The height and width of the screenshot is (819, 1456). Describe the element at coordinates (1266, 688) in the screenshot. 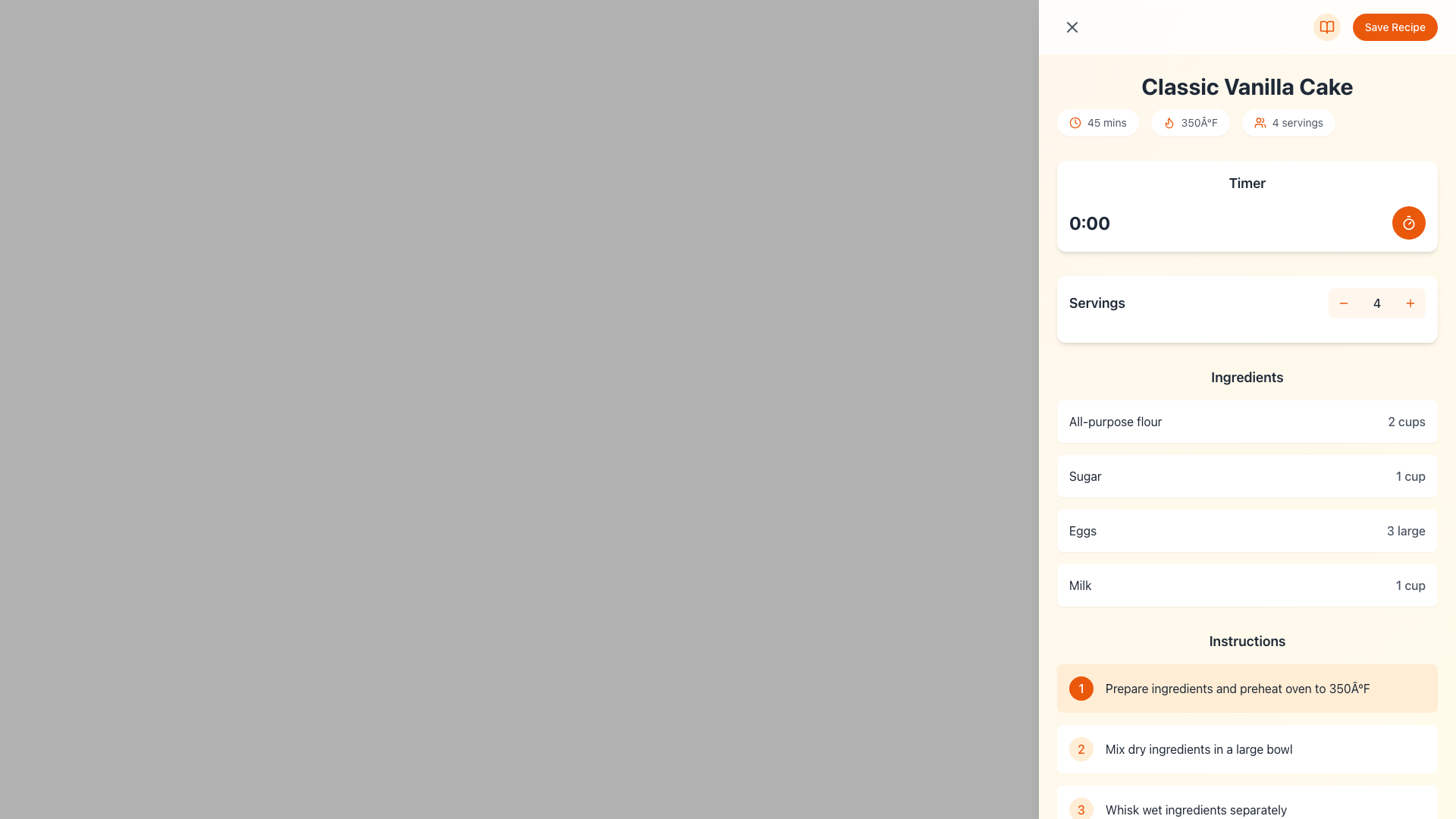

I see `the Text component stating 'Prepare ingredients and preheat oven to 350°F', which is positioned under the 'Instructions' section and adjacent to an orange circular icon with the number '1'` at that location.